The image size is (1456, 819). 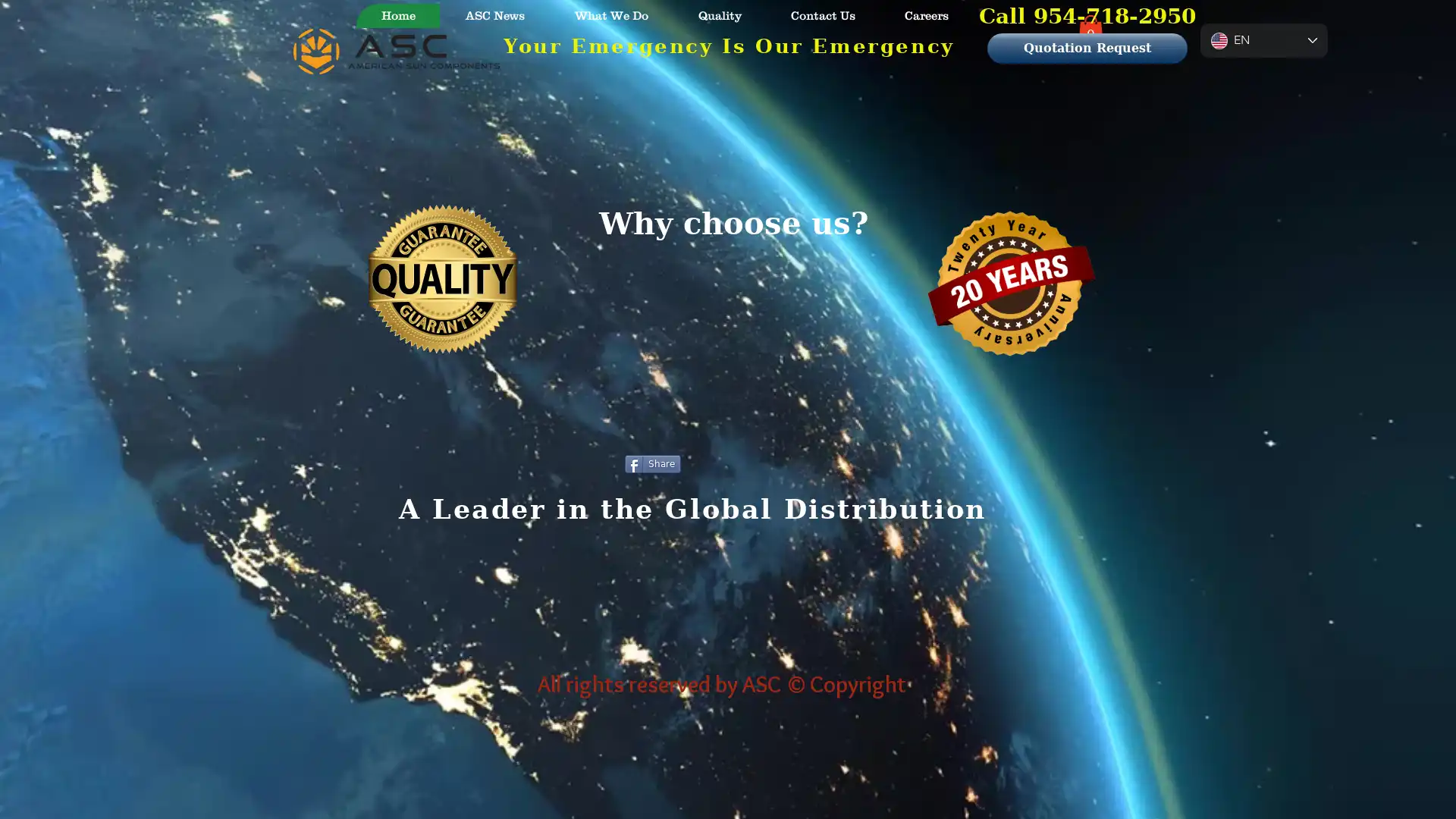 What do you see at coordinates (1090, 31) in the screenshot?
I see `Cart with 0 items` at bounding box center [1090, 31].